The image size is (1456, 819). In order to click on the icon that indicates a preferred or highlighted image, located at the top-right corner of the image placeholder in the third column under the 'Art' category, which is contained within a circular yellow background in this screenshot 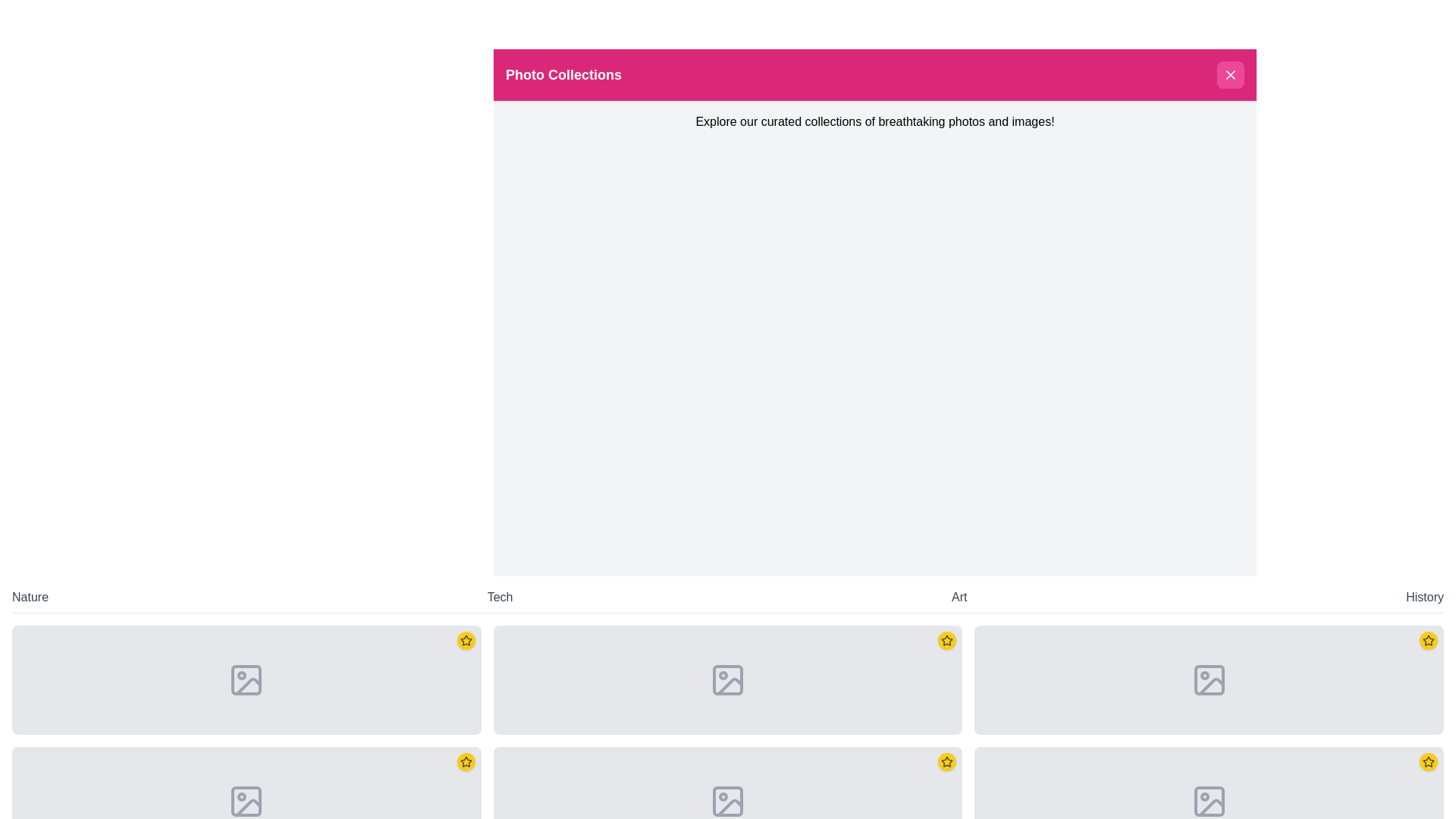, I will do `click(946, 762)`.